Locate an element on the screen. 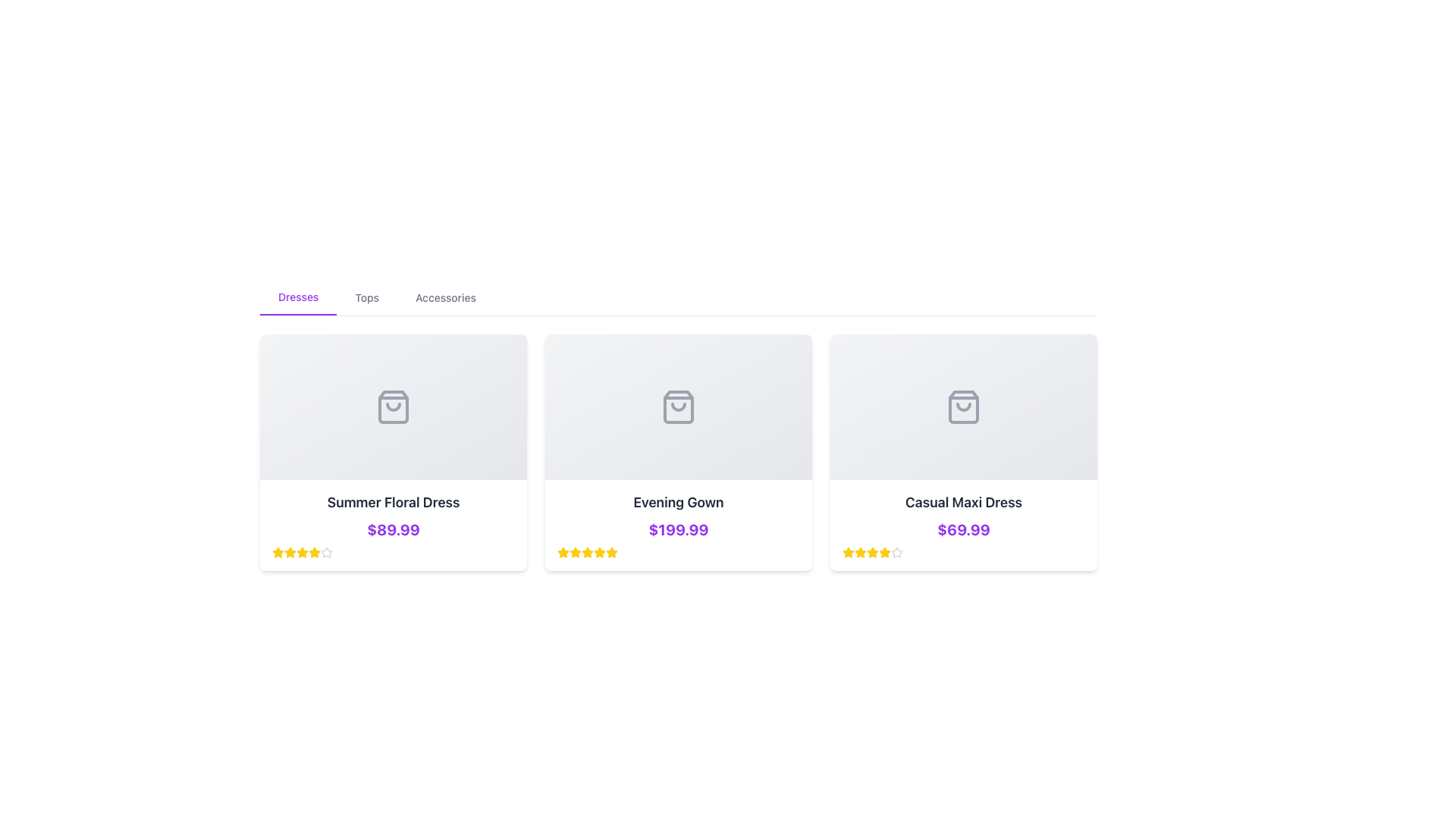 This screenshot has height=819, width=1456. the fourth star icon representing the rating for the 'Evening Gown' product, located under the displayed price in the middle product card is located at coordinates (599, 552).